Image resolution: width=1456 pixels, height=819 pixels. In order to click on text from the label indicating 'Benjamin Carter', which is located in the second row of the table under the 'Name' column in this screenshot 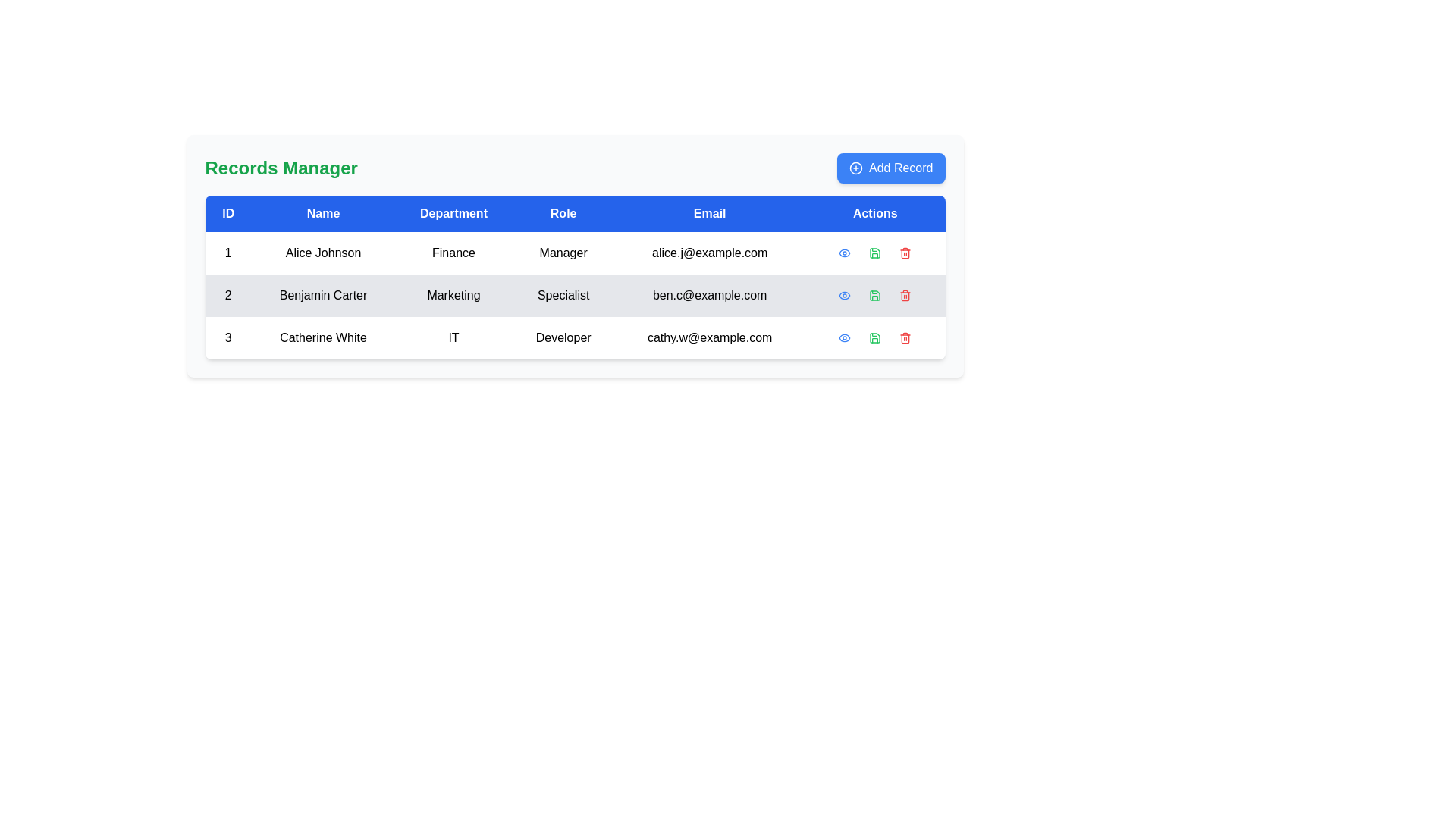, I will do `click(322, 295)`.